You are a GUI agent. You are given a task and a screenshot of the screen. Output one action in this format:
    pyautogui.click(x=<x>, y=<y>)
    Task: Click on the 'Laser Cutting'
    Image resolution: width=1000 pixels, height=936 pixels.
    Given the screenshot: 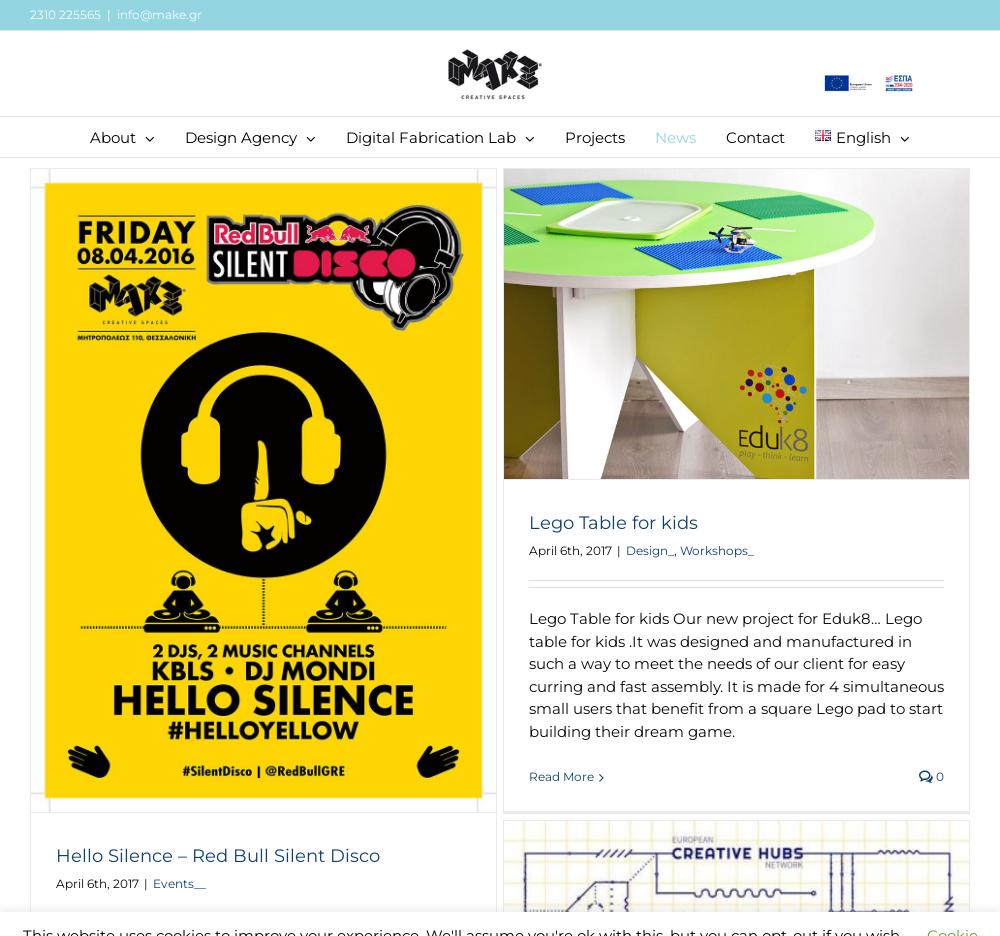 What is the action you would take?
    pyautogui.click(x=391, y=393)
    